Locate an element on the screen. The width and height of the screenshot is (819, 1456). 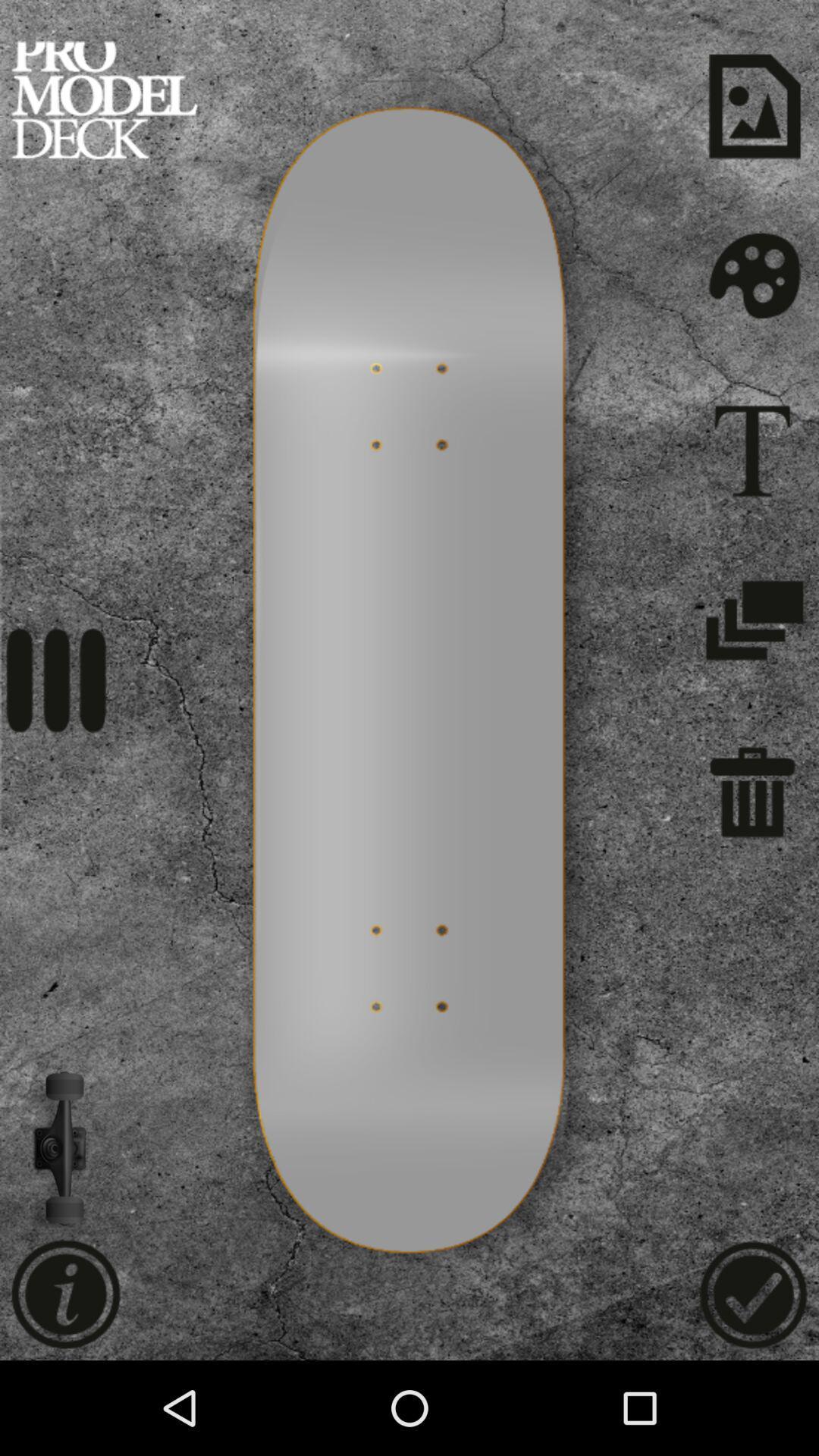
the wallpaper icon is located at coordinates (752, 112).